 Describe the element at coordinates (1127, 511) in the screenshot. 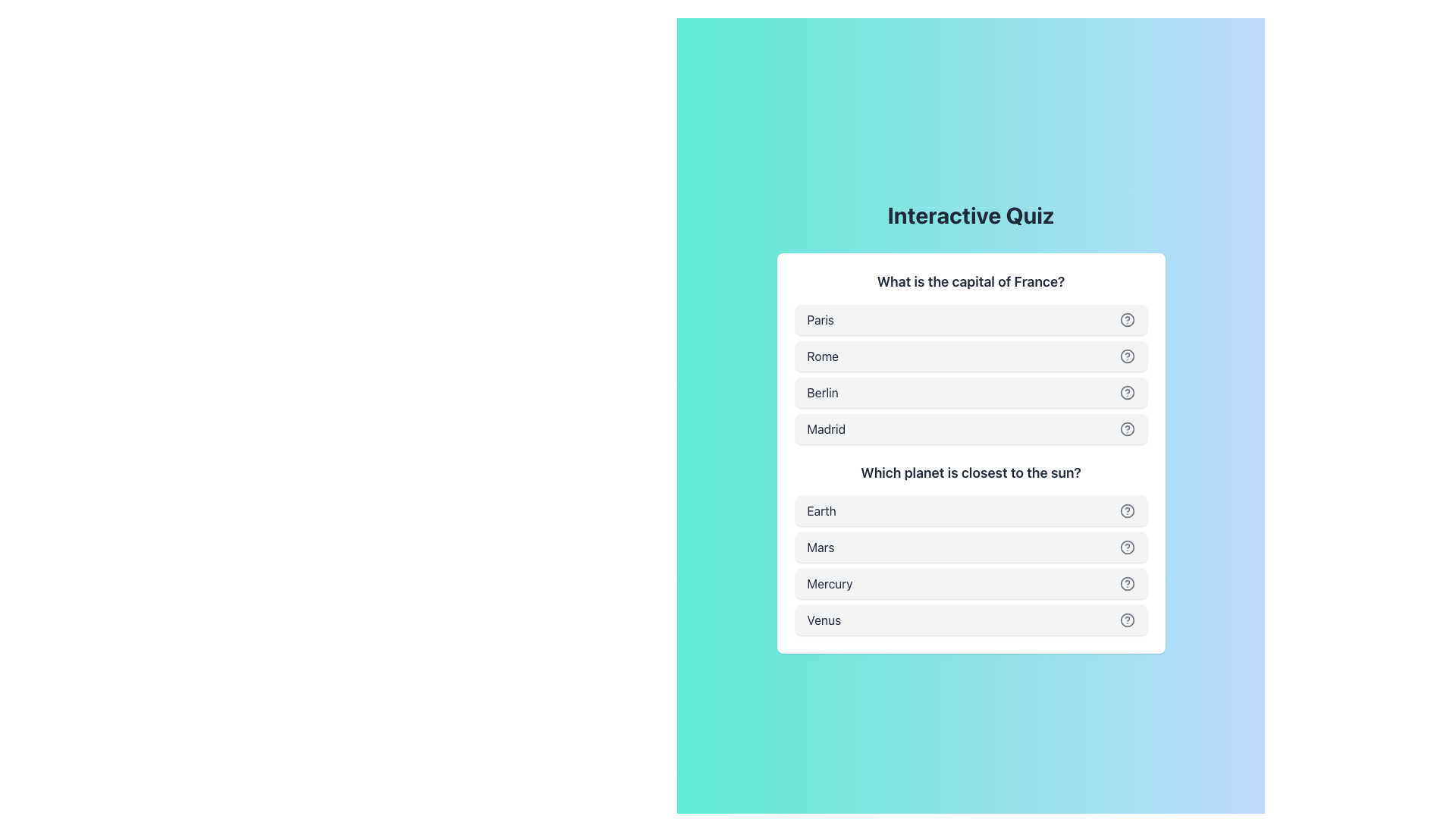

I see `the circular question mark icon located to the right of the 'Earth' option in the second question group` at that location.